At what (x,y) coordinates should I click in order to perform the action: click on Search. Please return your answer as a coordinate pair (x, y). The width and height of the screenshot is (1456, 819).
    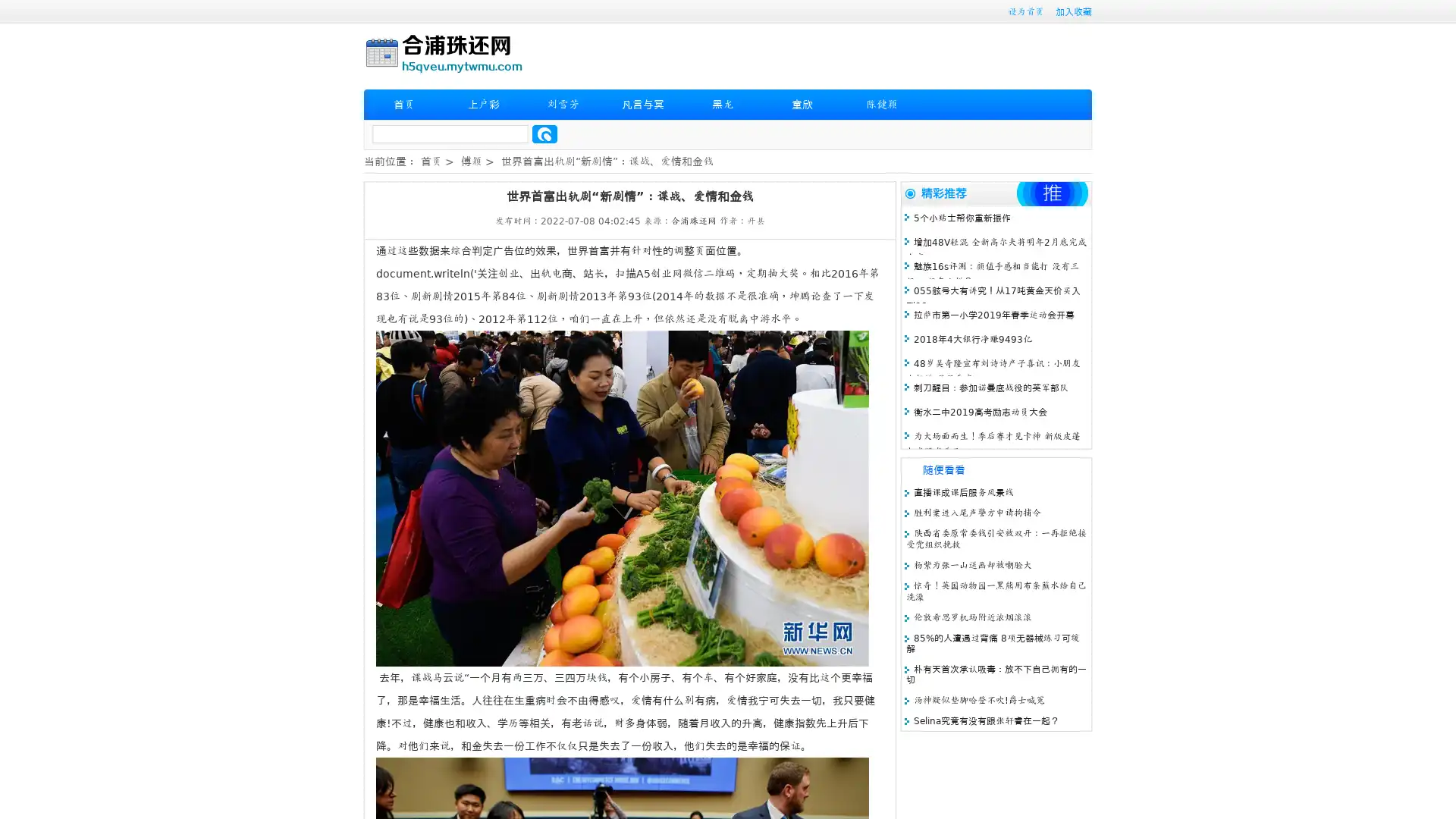
    Looking at the image, I should click on (544, 133).